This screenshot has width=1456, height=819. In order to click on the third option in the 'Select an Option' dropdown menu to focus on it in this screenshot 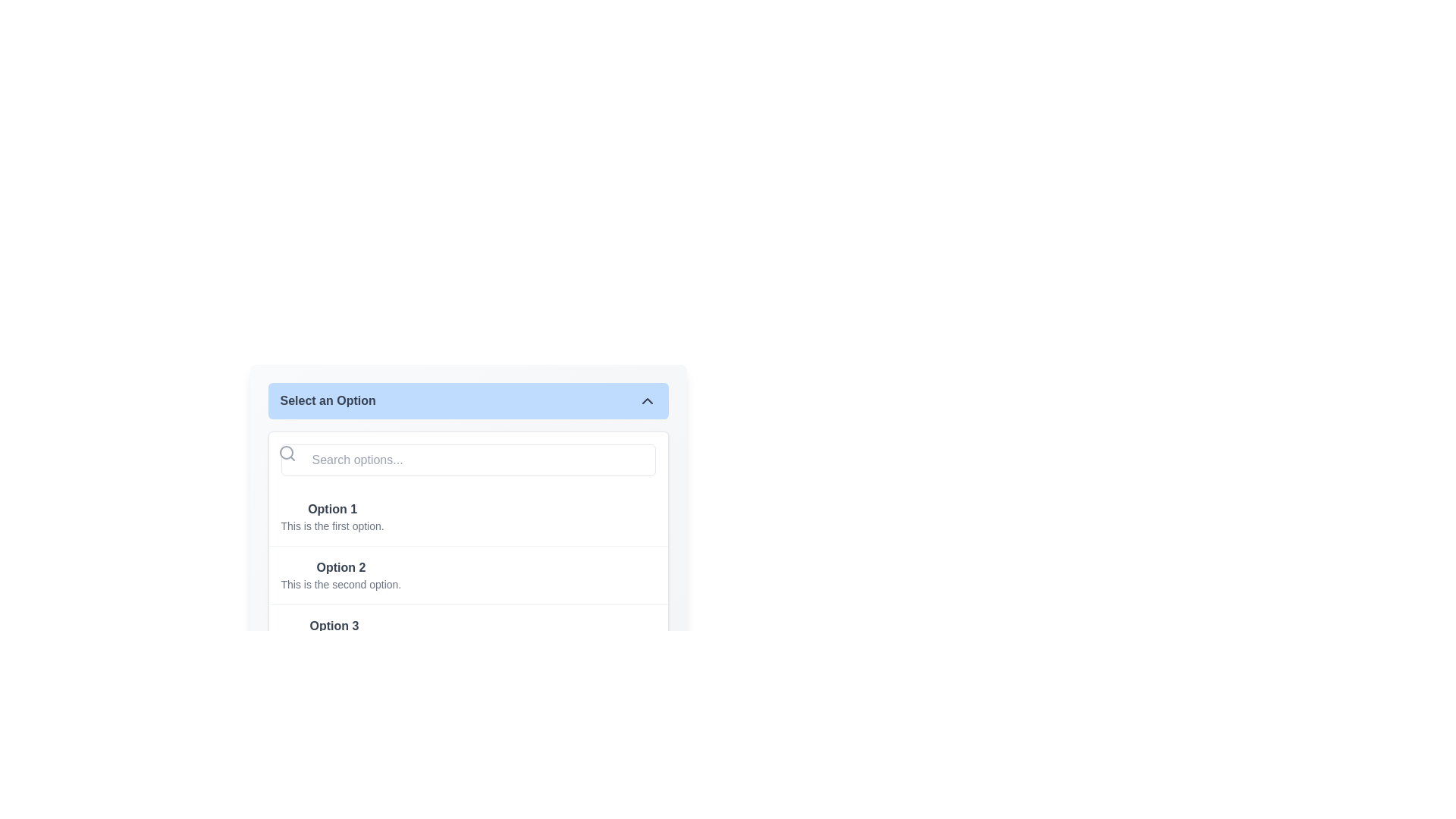, I will do `click(334, 634)`.